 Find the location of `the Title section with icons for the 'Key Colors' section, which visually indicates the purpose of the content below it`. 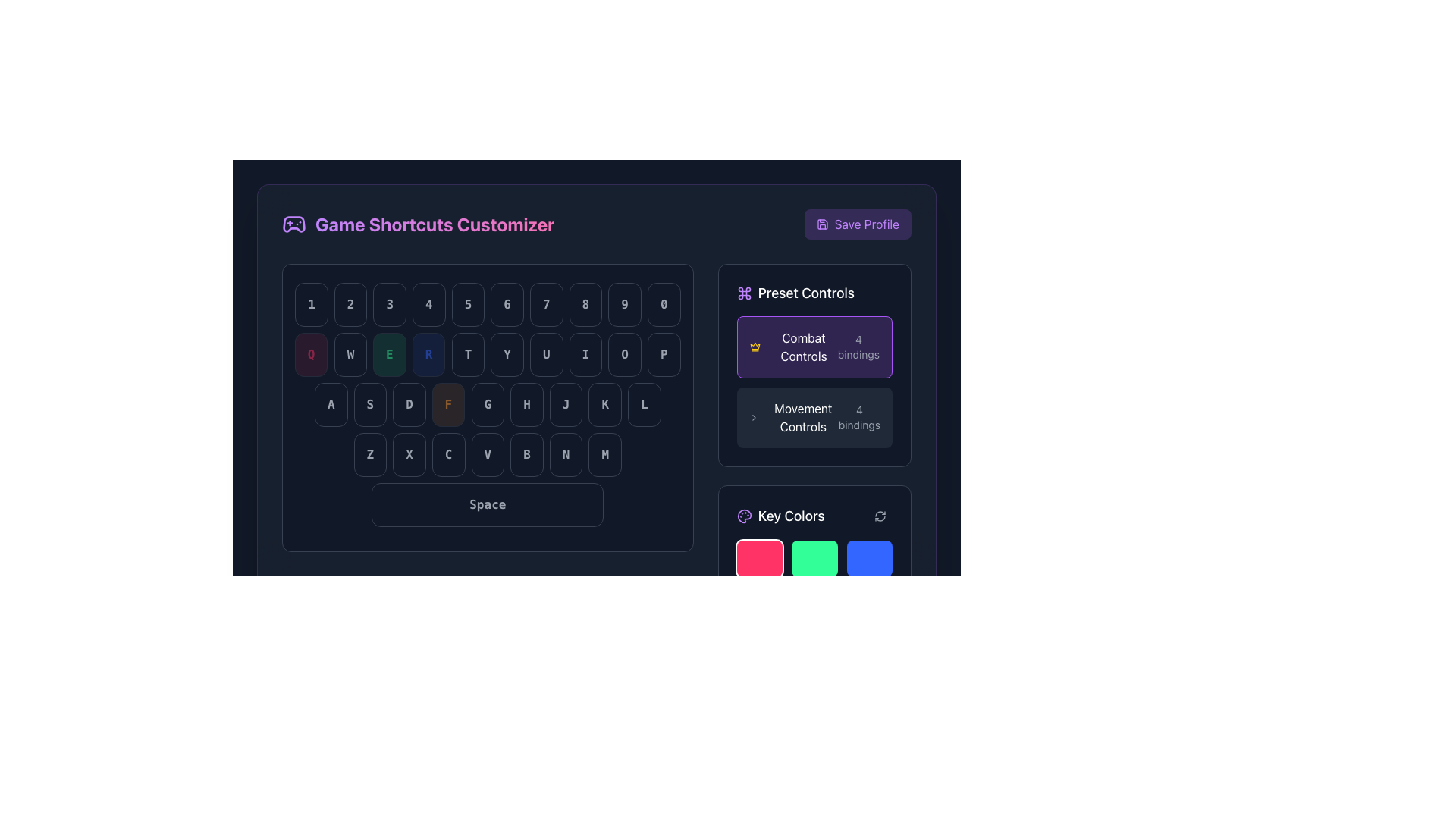

the Title section with icons for the 'Key Colors' section, which visually indicates the purpose of the content below it is located at coordinates (814, 516).